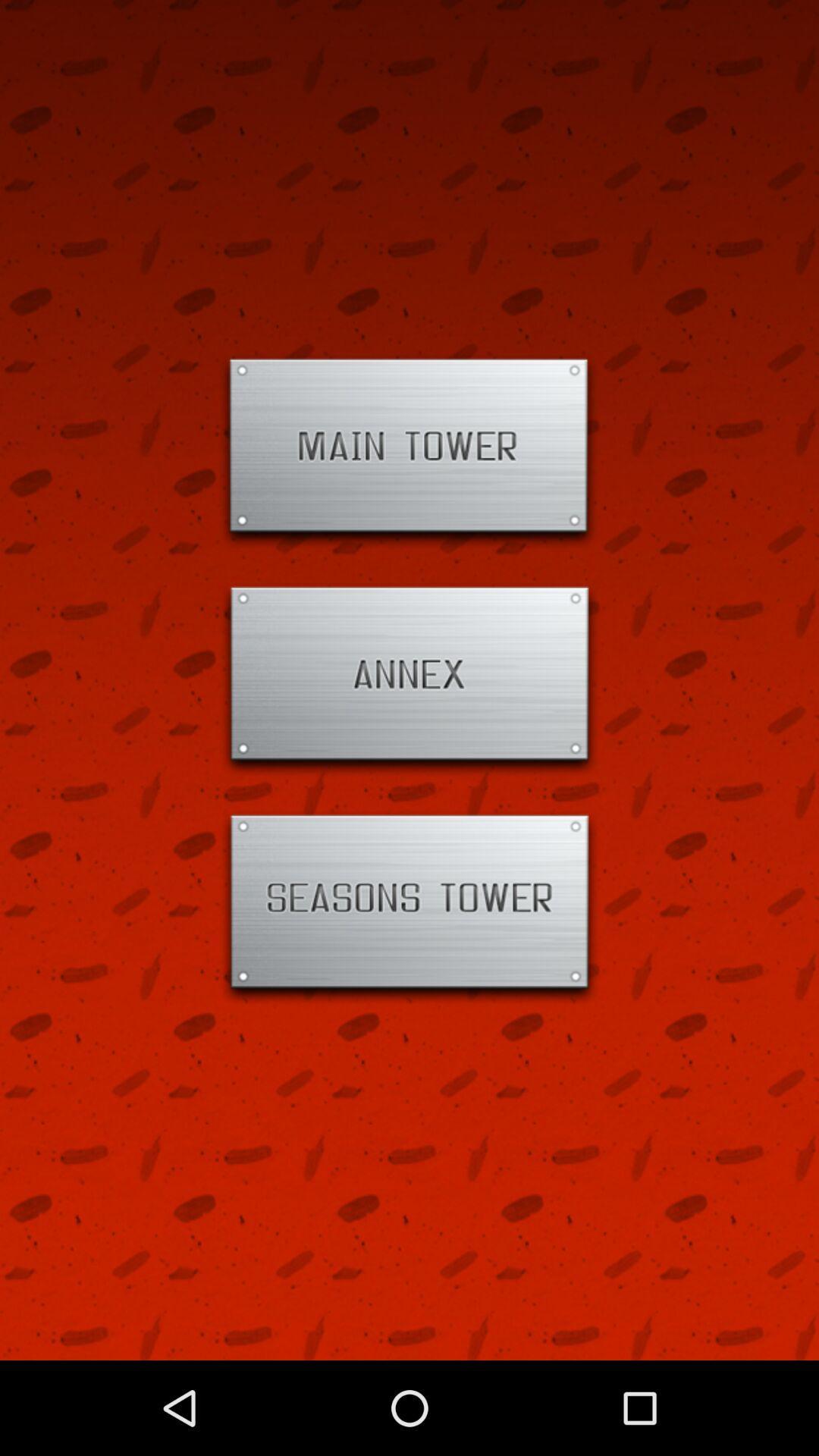  What do you see at coordinates (409, 451) in the screenshot?
I see `main tower button` at bounding box center [409, 451].